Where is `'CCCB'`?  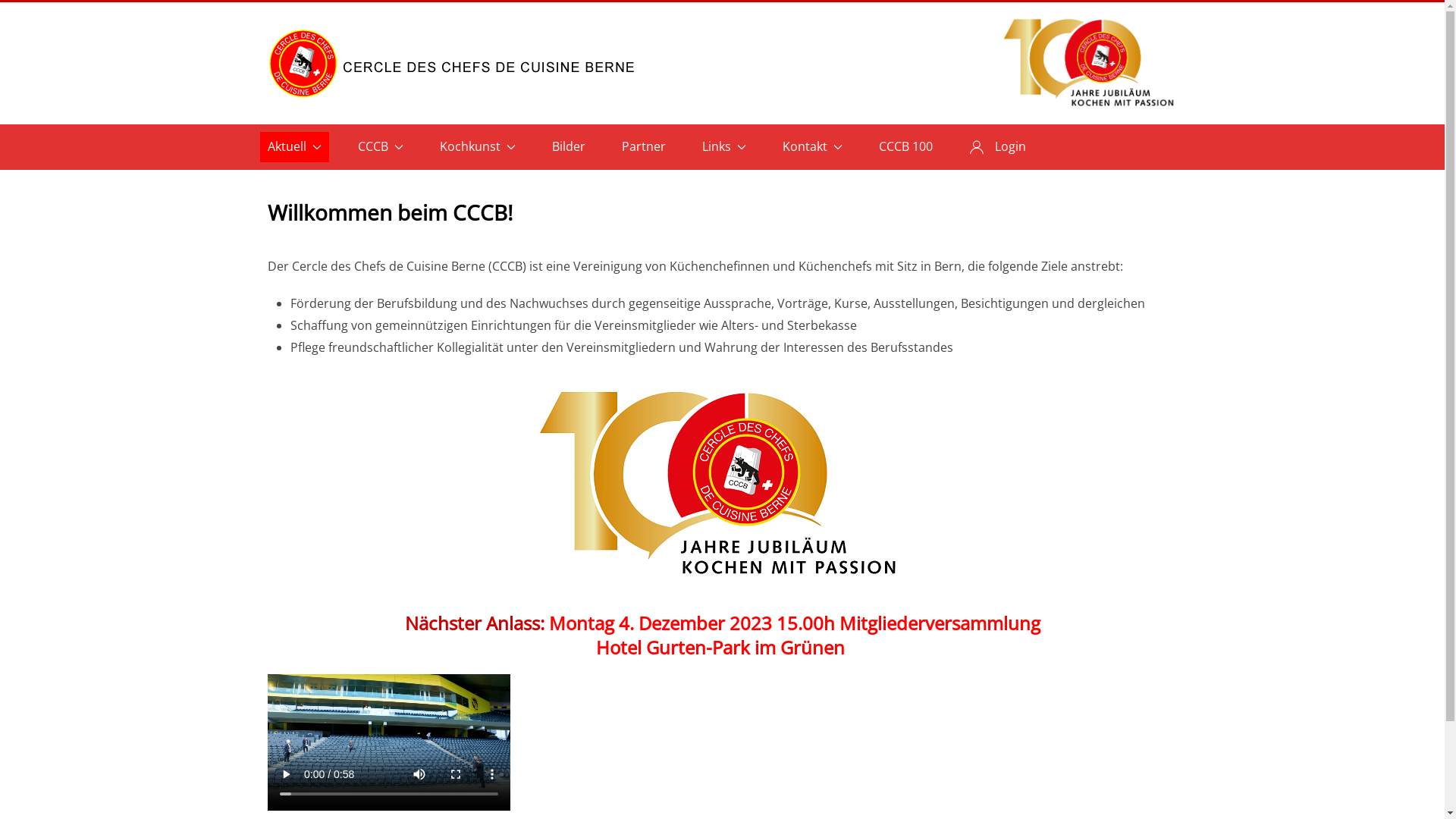
'CCCB' is located at coordinates (381, 146).